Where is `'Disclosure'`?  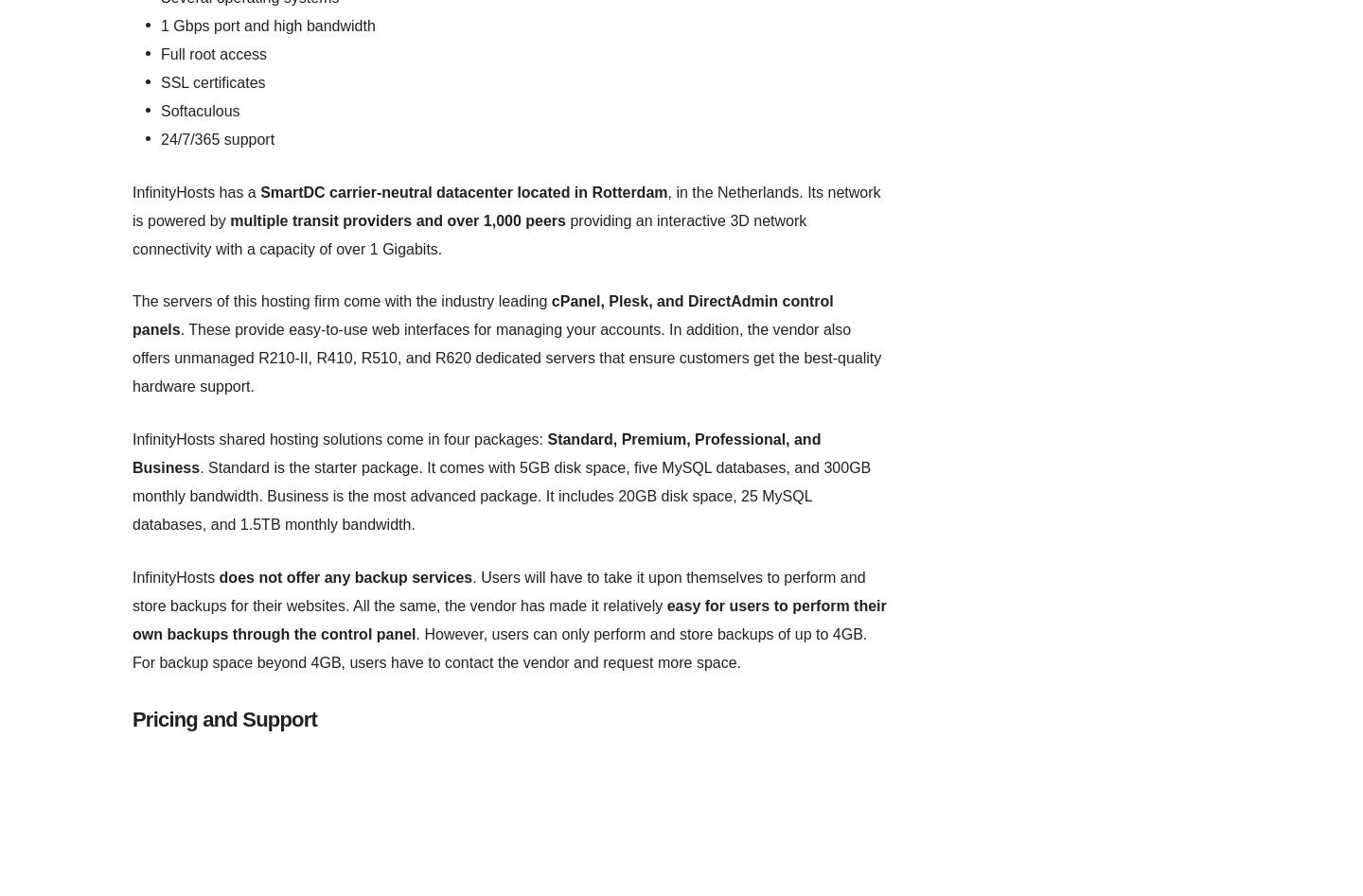
'Disclosure' is located at coordinates (703, 145).